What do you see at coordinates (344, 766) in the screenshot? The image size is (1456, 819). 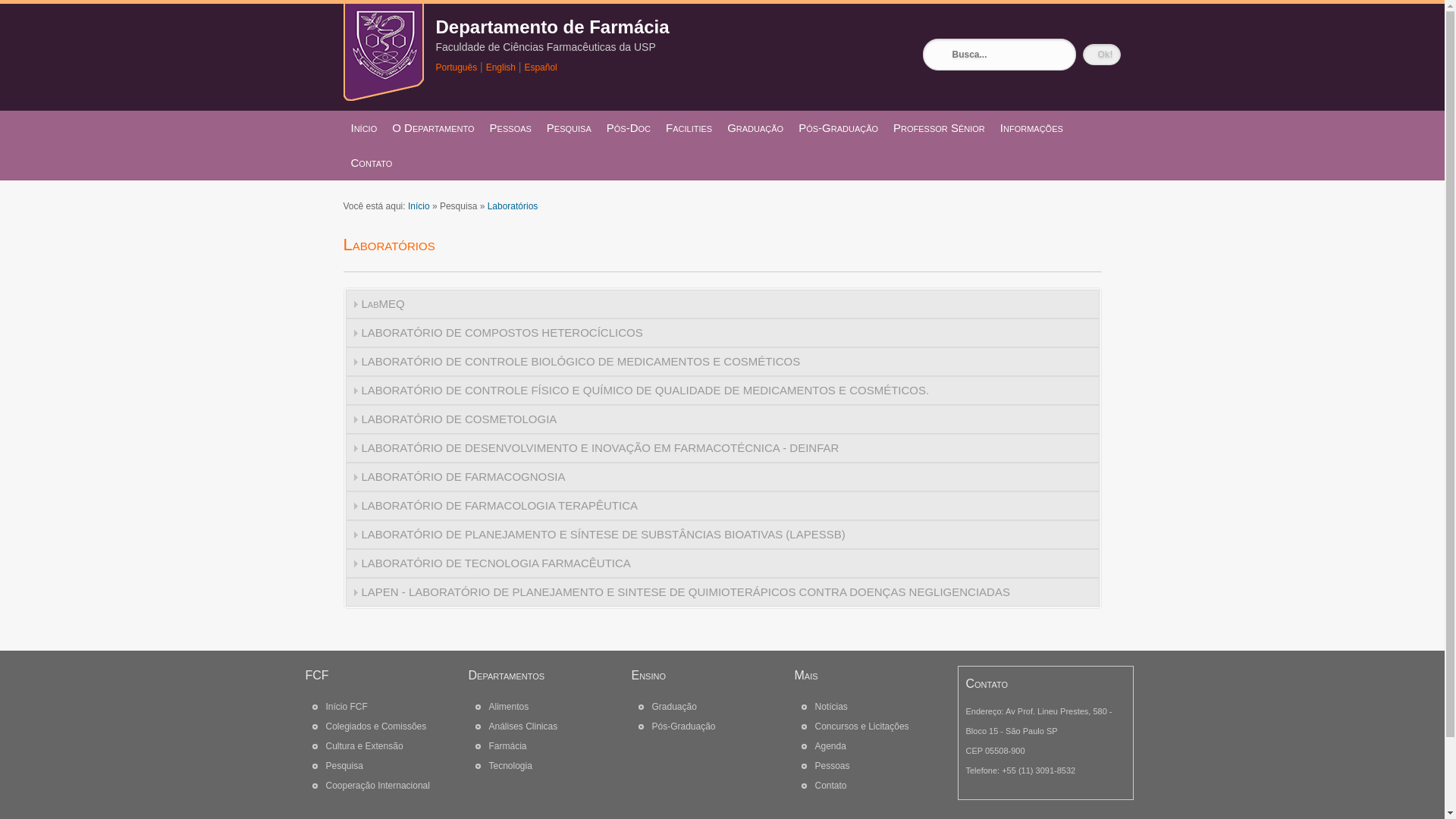 I see `'Pesquisa'` at bounding box center [344, 766].